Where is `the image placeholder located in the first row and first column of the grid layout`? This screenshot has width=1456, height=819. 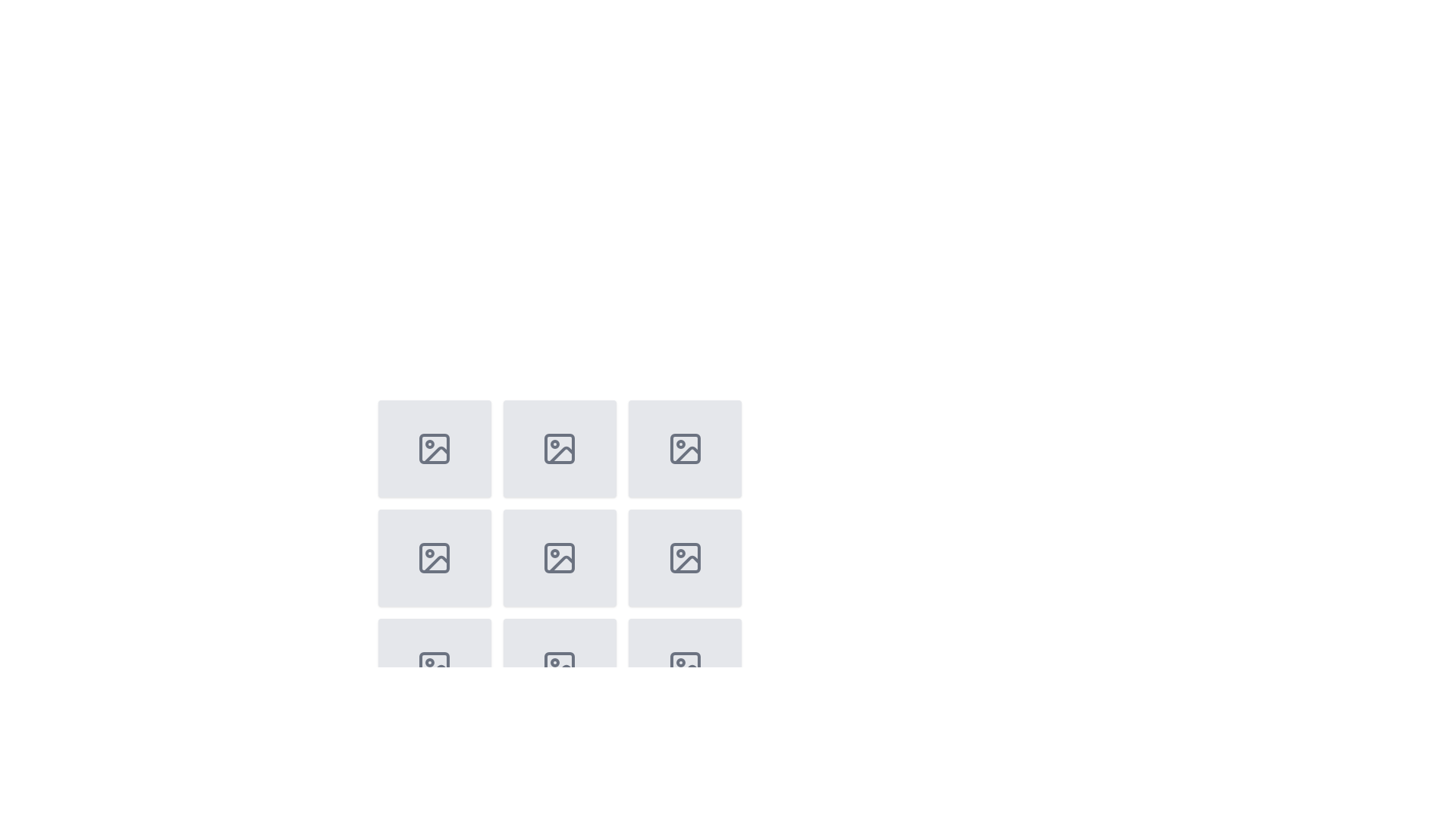
the image placeholder located in the first row and first column of the grid layout is located at coordinates (434, 447).